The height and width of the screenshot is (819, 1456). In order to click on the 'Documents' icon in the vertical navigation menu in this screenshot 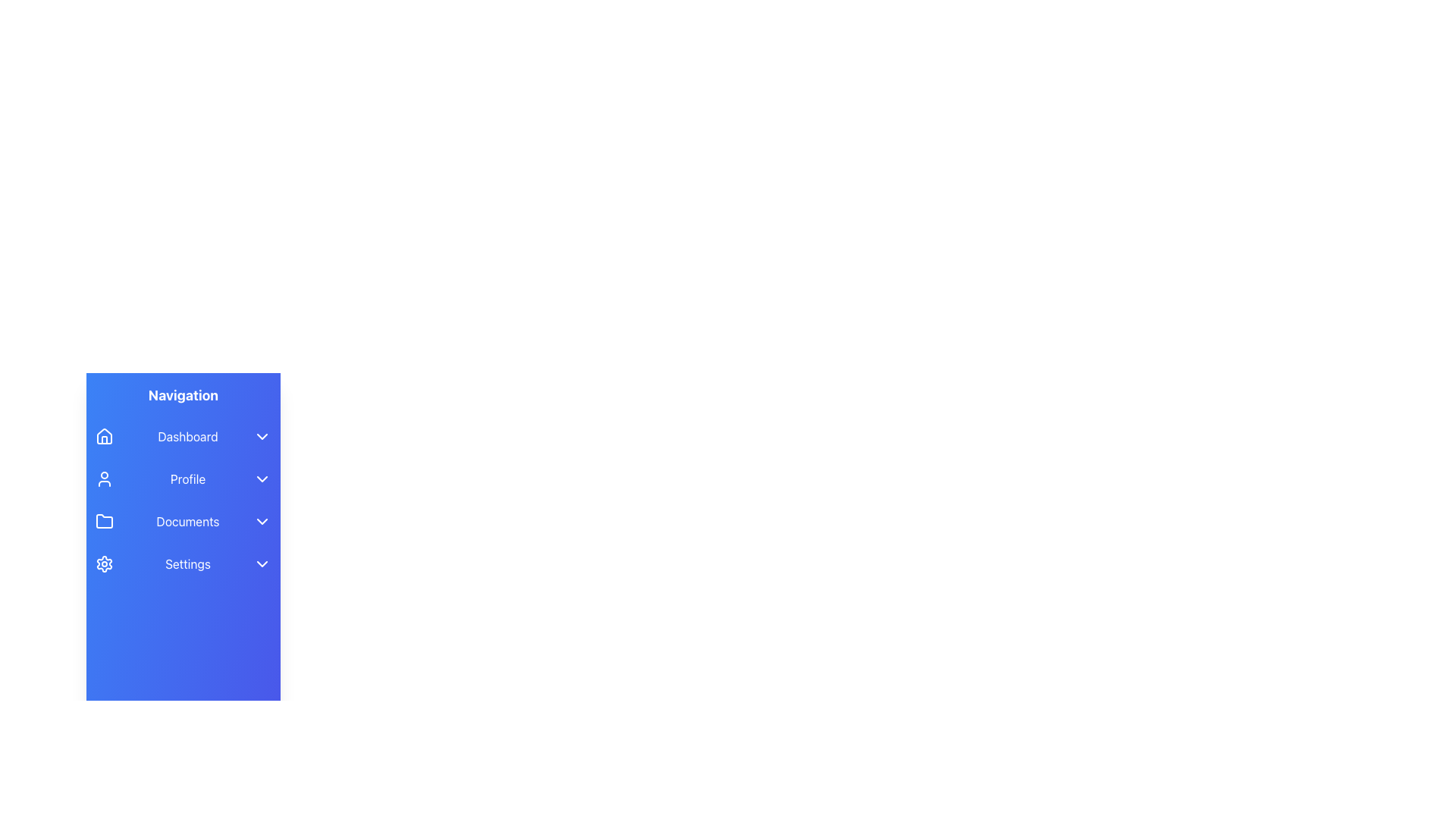, I will do `click(104, 520)`.